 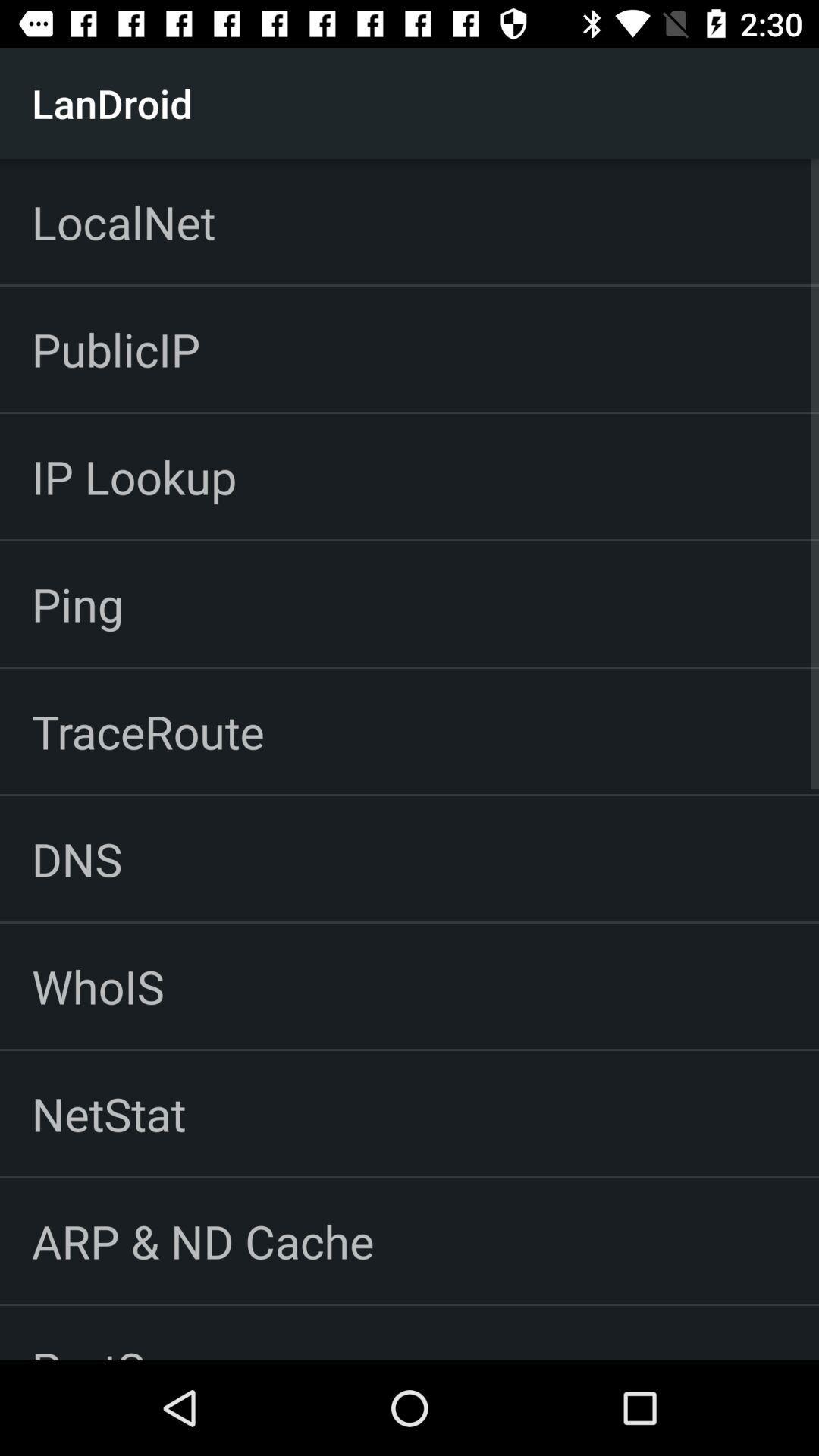 What do you see at coordinates (123, 221) in the screenshot?
I see `icon above the publicip` at bounding box center [123, 221].